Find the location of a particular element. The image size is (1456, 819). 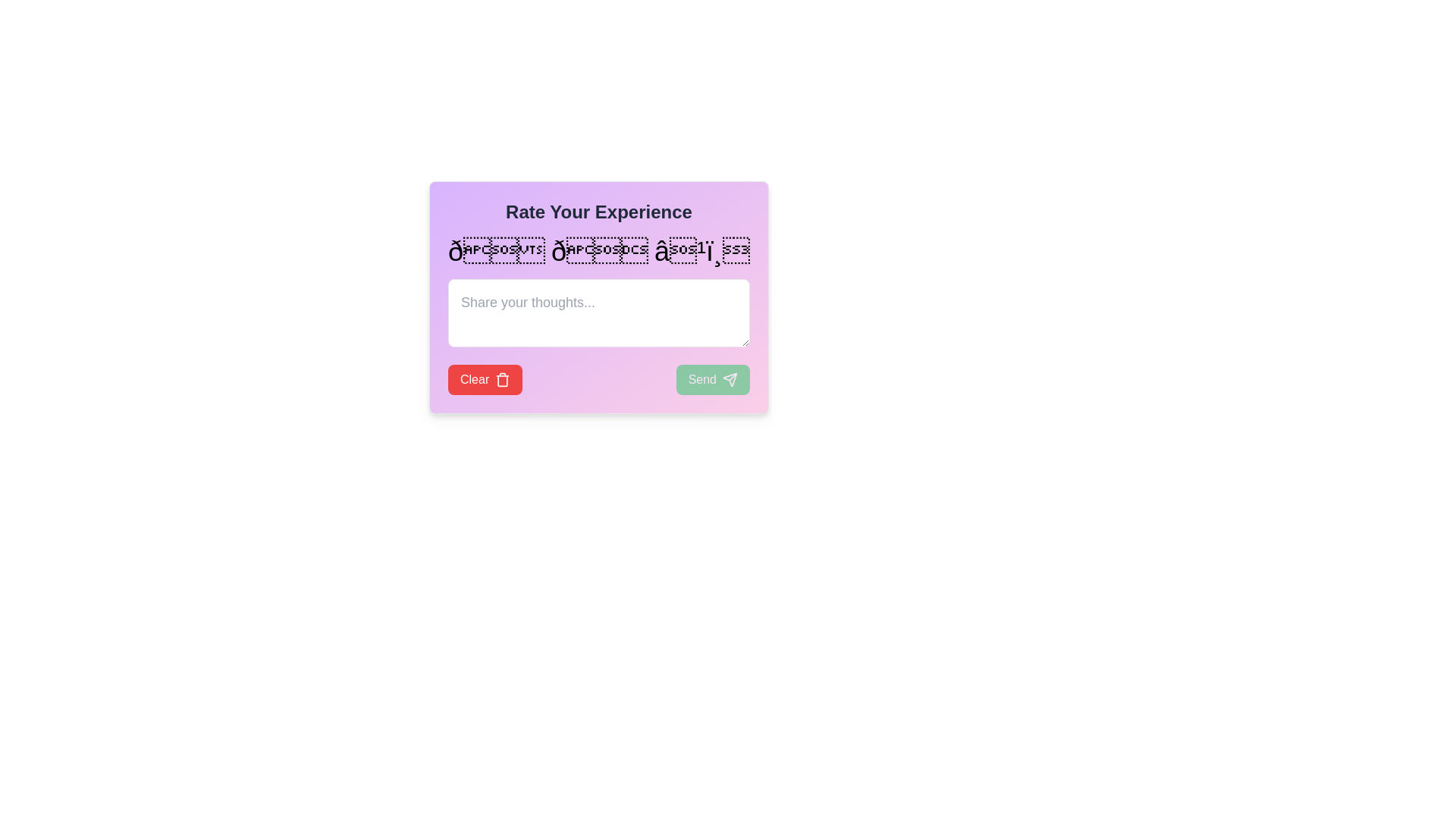

the trash icon, which has a minimalist design with a rectangular body and lid, located to the right of the 'Clear' text within a rounded rectangular red button is located at coordinates (503, 379).